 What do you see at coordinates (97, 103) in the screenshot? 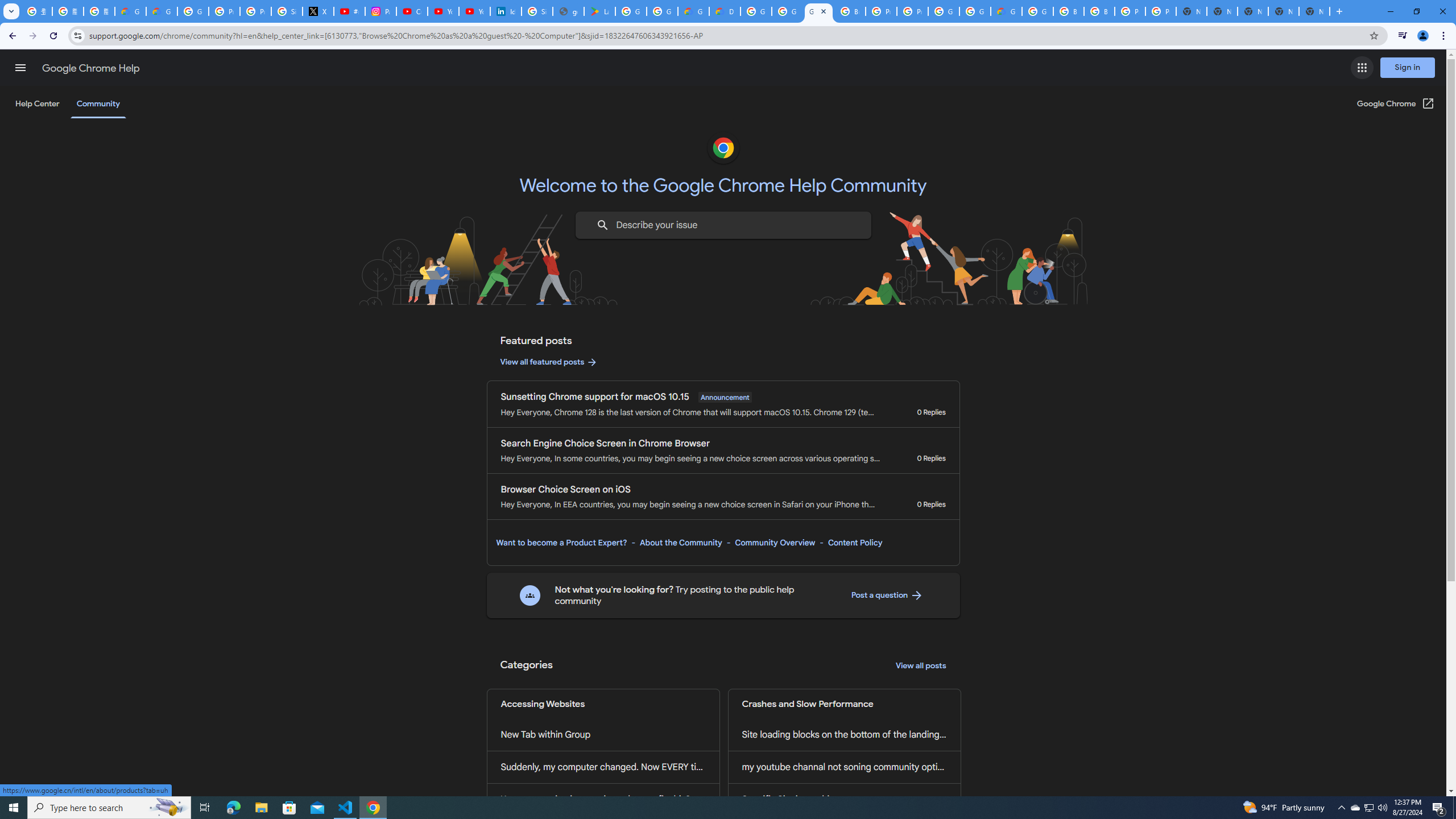
I see `'Community'` at bounding box center [97, 103].